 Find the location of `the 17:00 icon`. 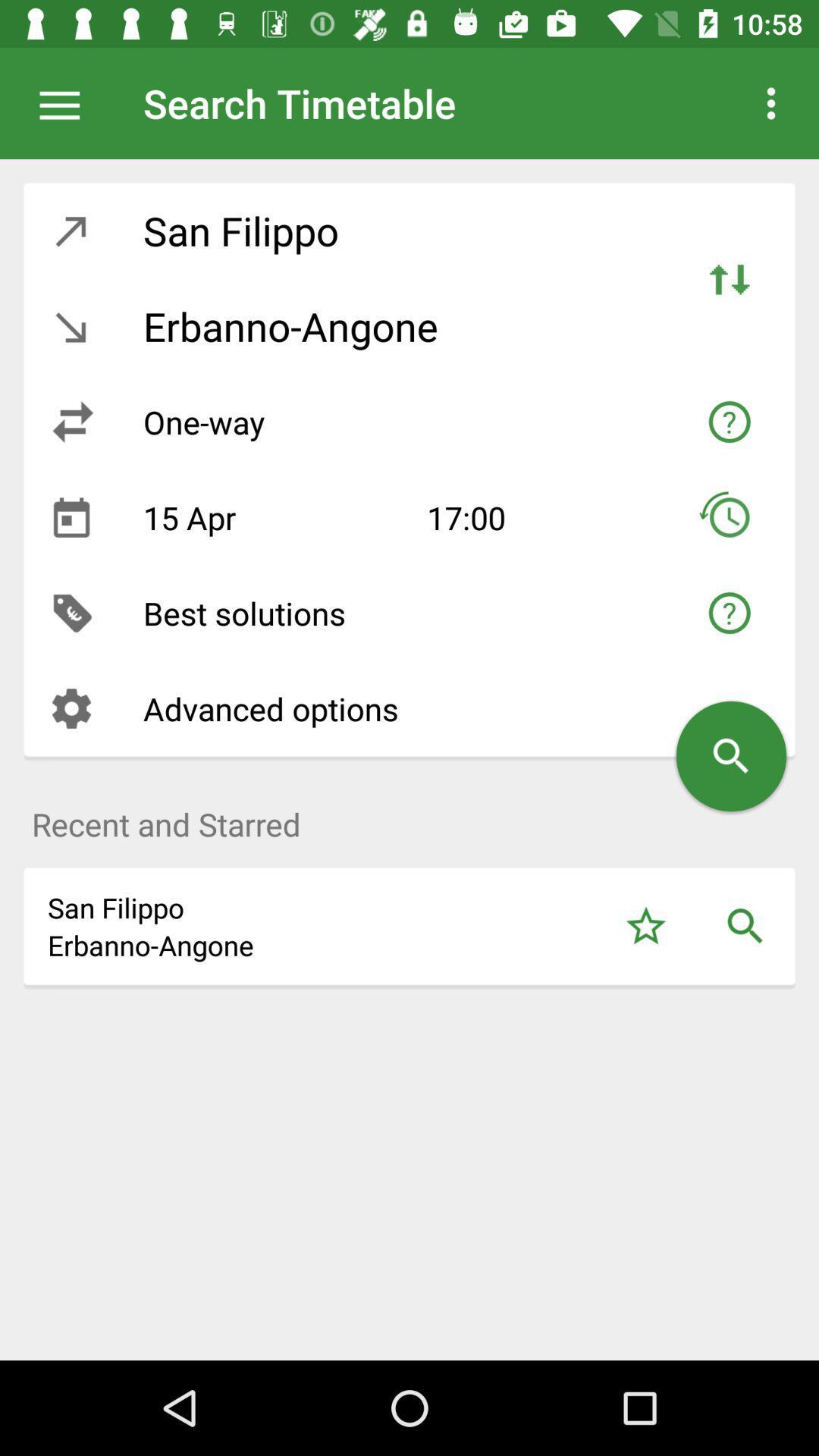

the 17:00 icon is located at coordinates (532, 517).